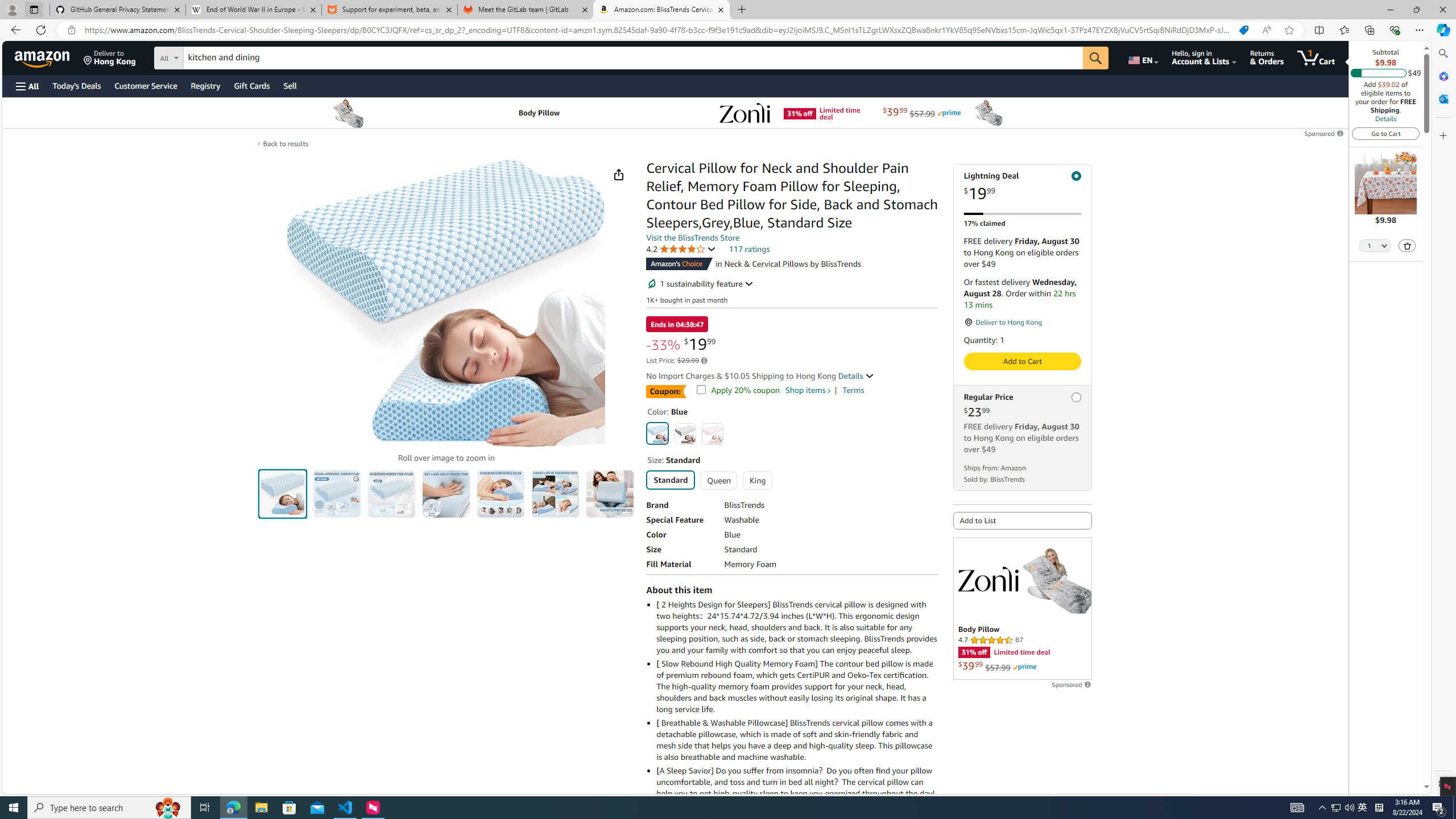  I want to click on 'Grey', so click(684, 433).